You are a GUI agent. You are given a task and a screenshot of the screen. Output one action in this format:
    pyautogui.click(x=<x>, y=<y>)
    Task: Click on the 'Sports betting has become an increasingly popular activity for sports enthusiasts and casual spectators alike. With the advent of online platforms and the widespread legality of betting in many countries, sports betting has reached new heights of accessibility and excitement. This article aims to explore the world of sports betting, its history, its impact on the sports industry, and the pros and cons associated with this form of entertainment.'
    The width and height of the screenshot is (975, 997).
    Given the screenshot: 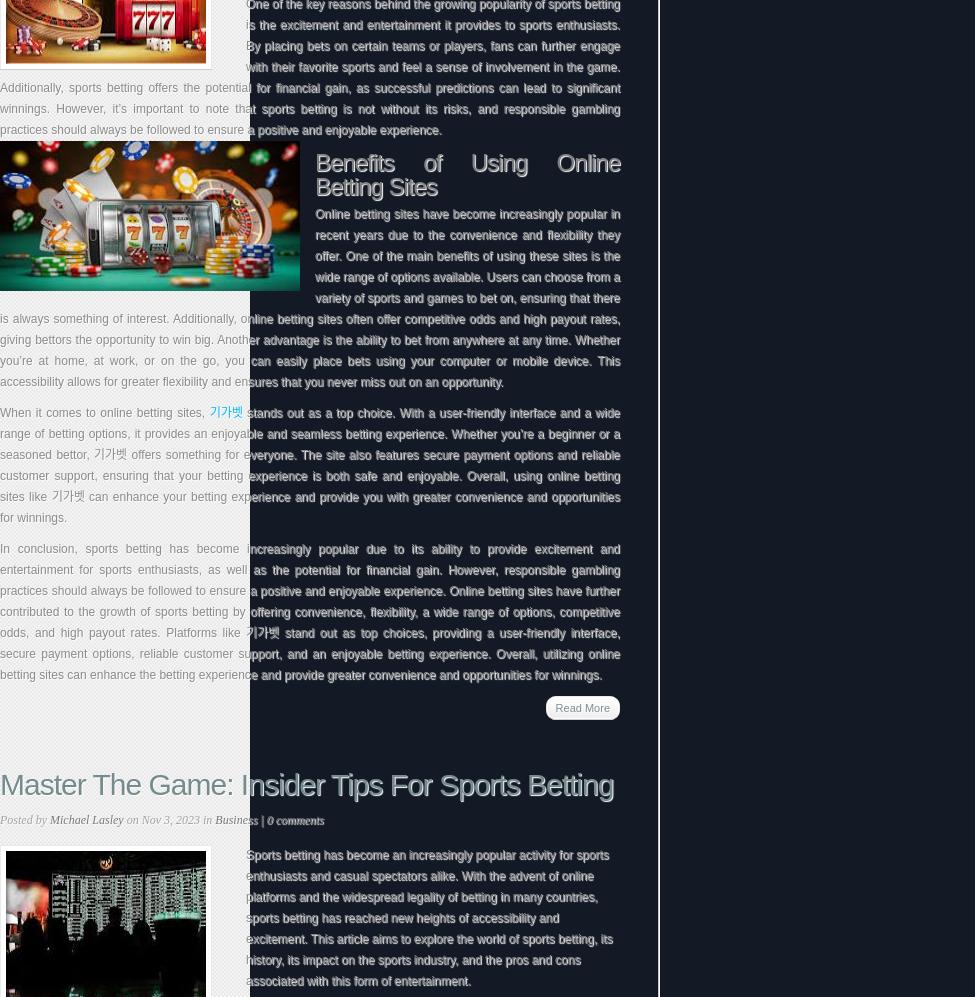 What is the action you would take?
    pyautogui.click(x=429, y=918)
    